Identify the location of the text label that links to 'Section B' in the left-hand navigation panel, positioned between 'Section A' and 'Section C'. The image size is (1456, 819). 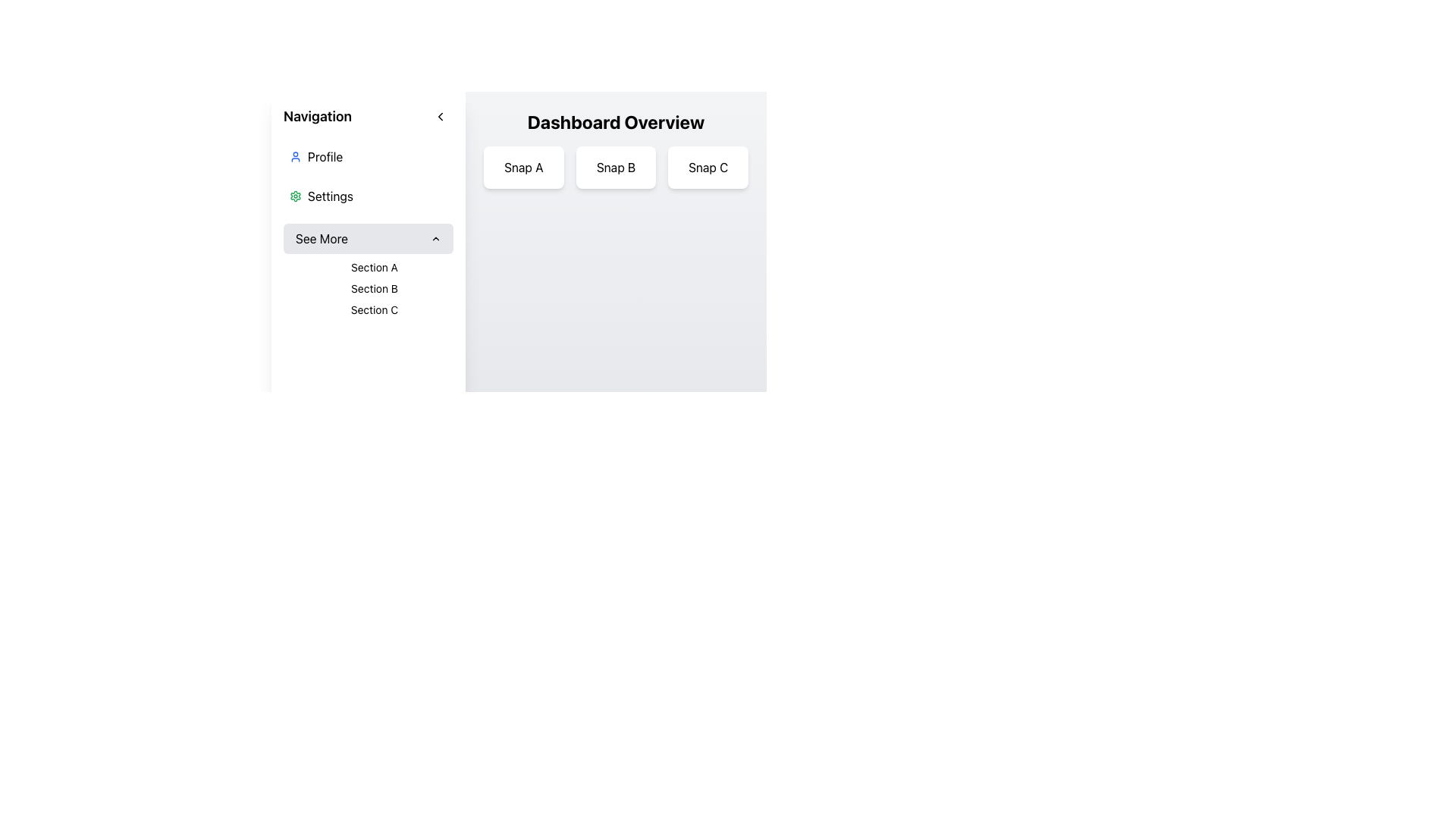
(375, 289).